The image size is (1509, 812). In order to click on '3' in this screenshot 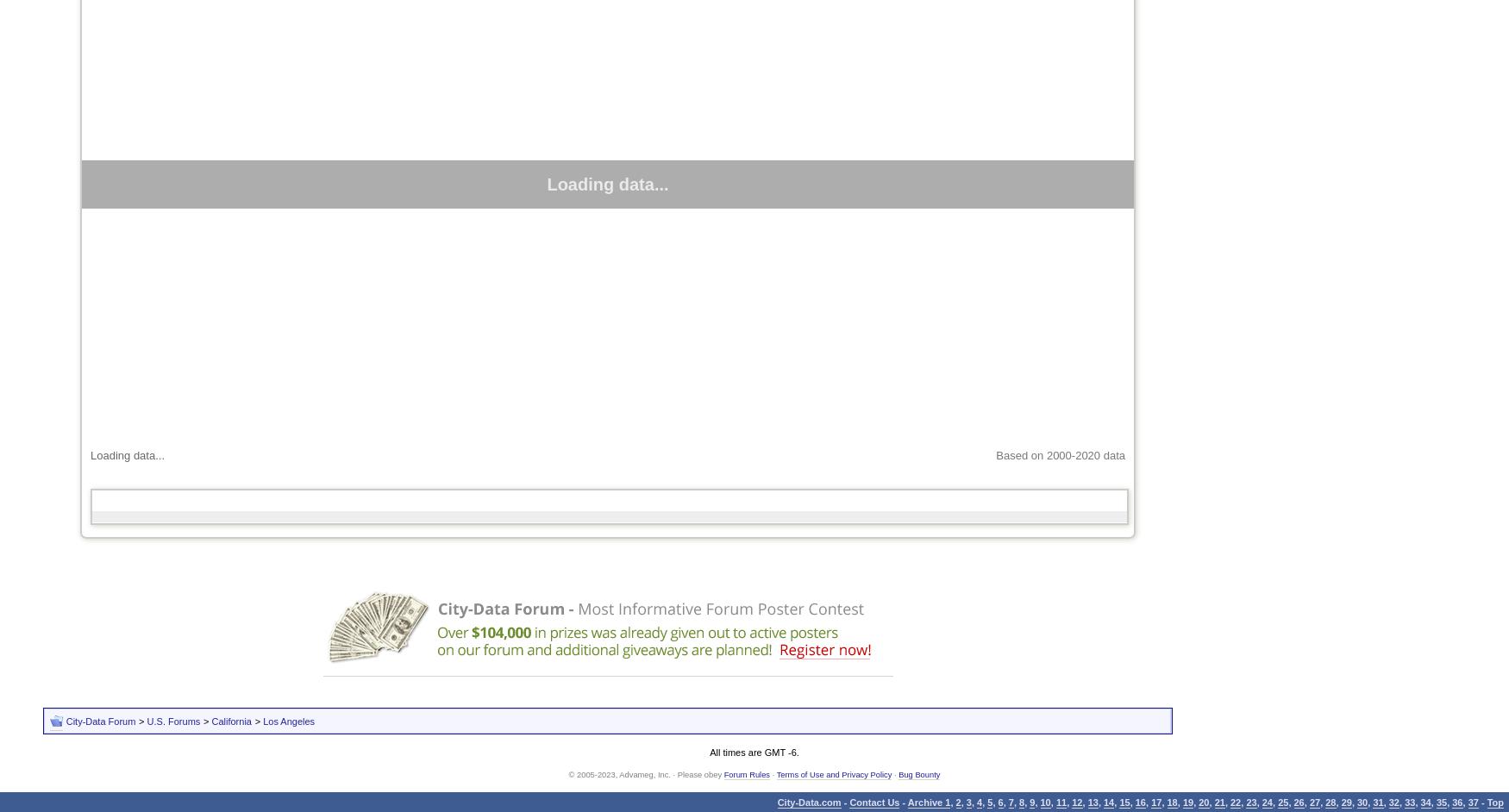, I will do `click(967, 801)`.